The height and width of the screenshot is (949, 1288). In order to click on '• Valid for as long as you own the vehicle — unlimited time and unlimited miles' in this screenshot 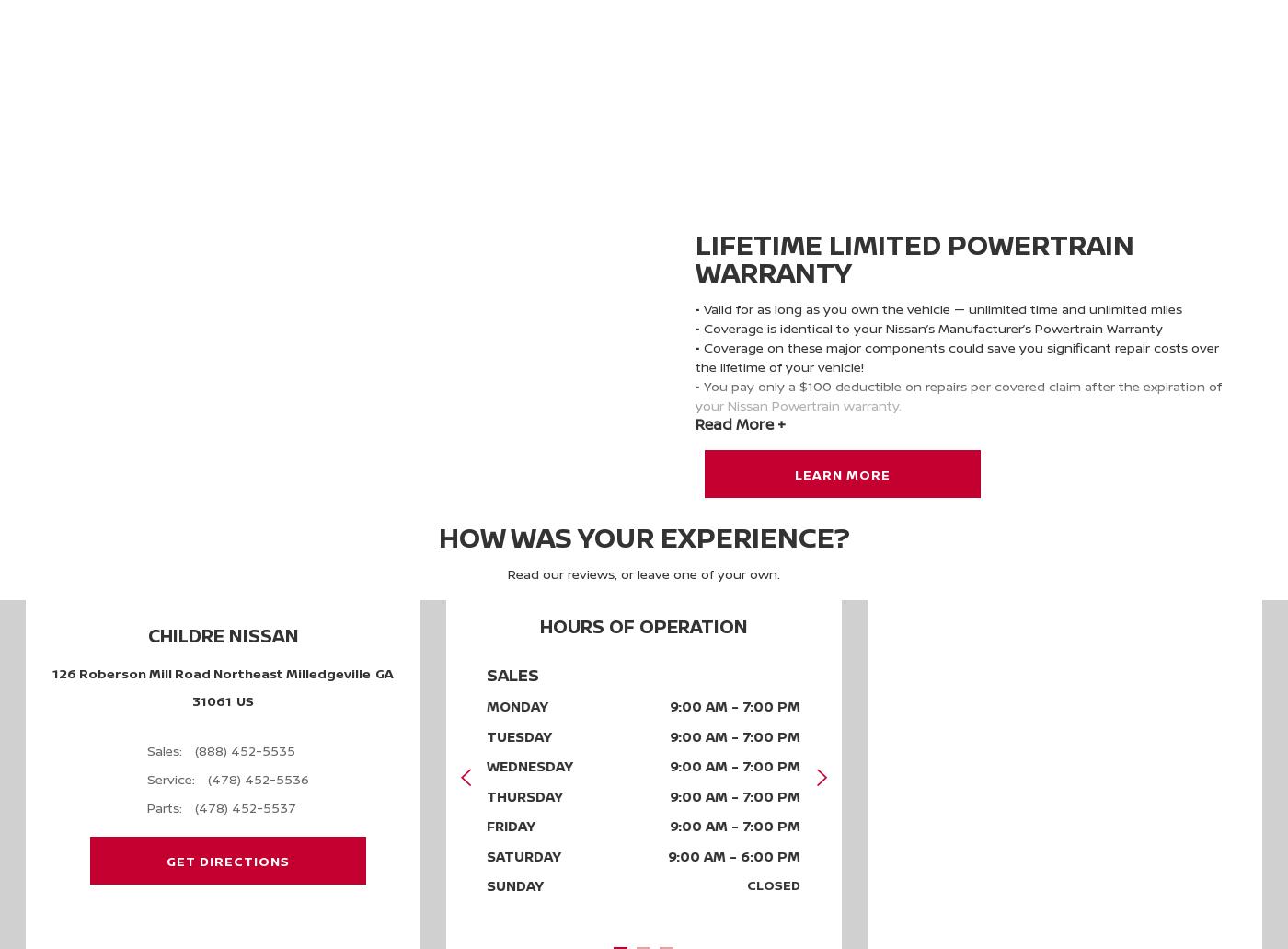, I will do `click(938, 307)`.